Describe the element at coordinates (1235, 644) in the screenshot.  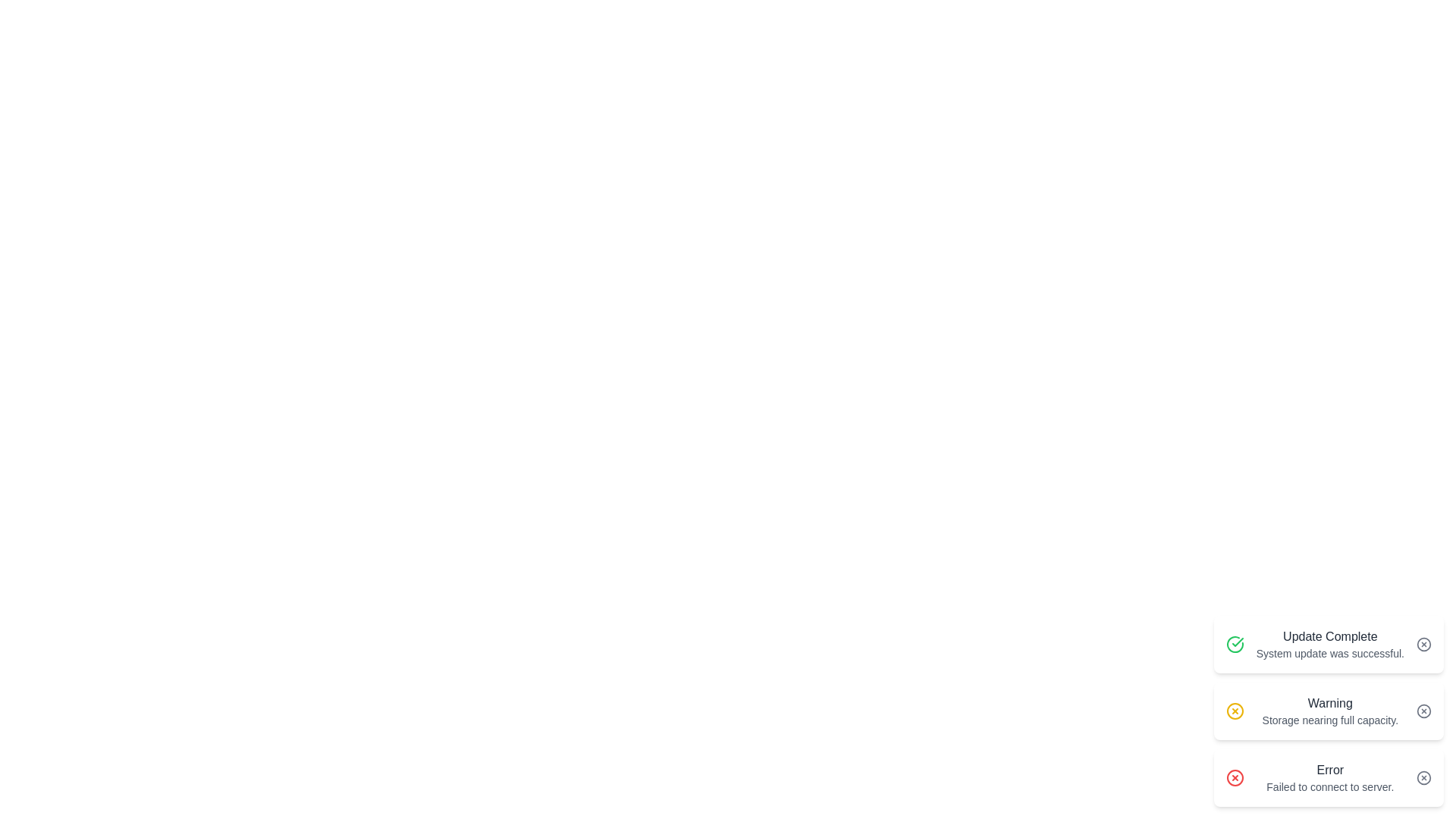
I see `the green circular icon with a checkmark symbol that indicates success, located to the left of the message 'Update Complete' in the notification card` at that location.